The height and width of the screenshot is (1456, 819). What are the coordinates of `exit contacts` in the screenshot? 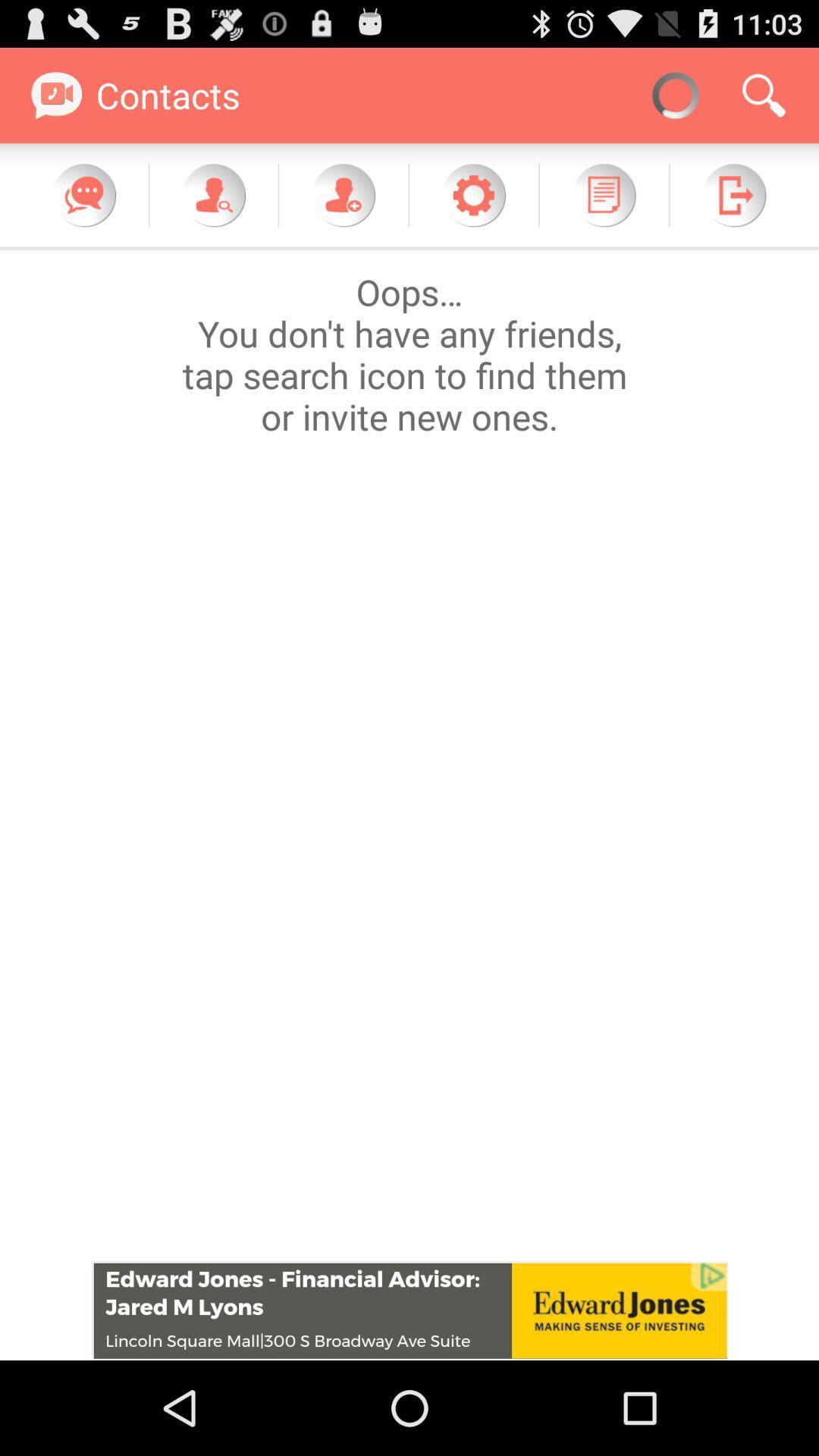 It's located at (733, 194).